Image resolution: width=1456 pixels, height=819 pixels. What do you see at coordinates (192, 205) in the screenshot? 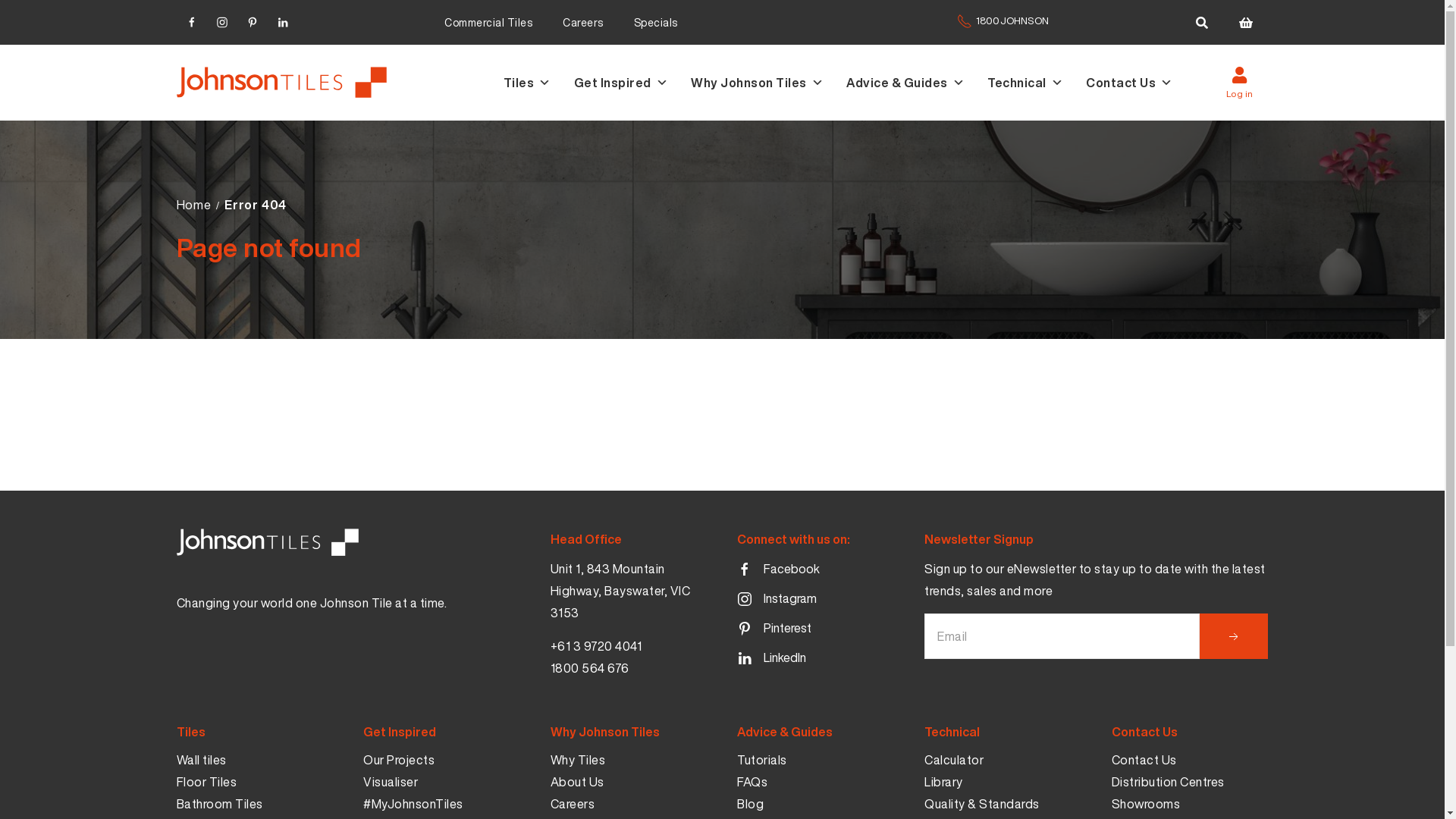
I see `'Home'` at bounding box center [192, 205].